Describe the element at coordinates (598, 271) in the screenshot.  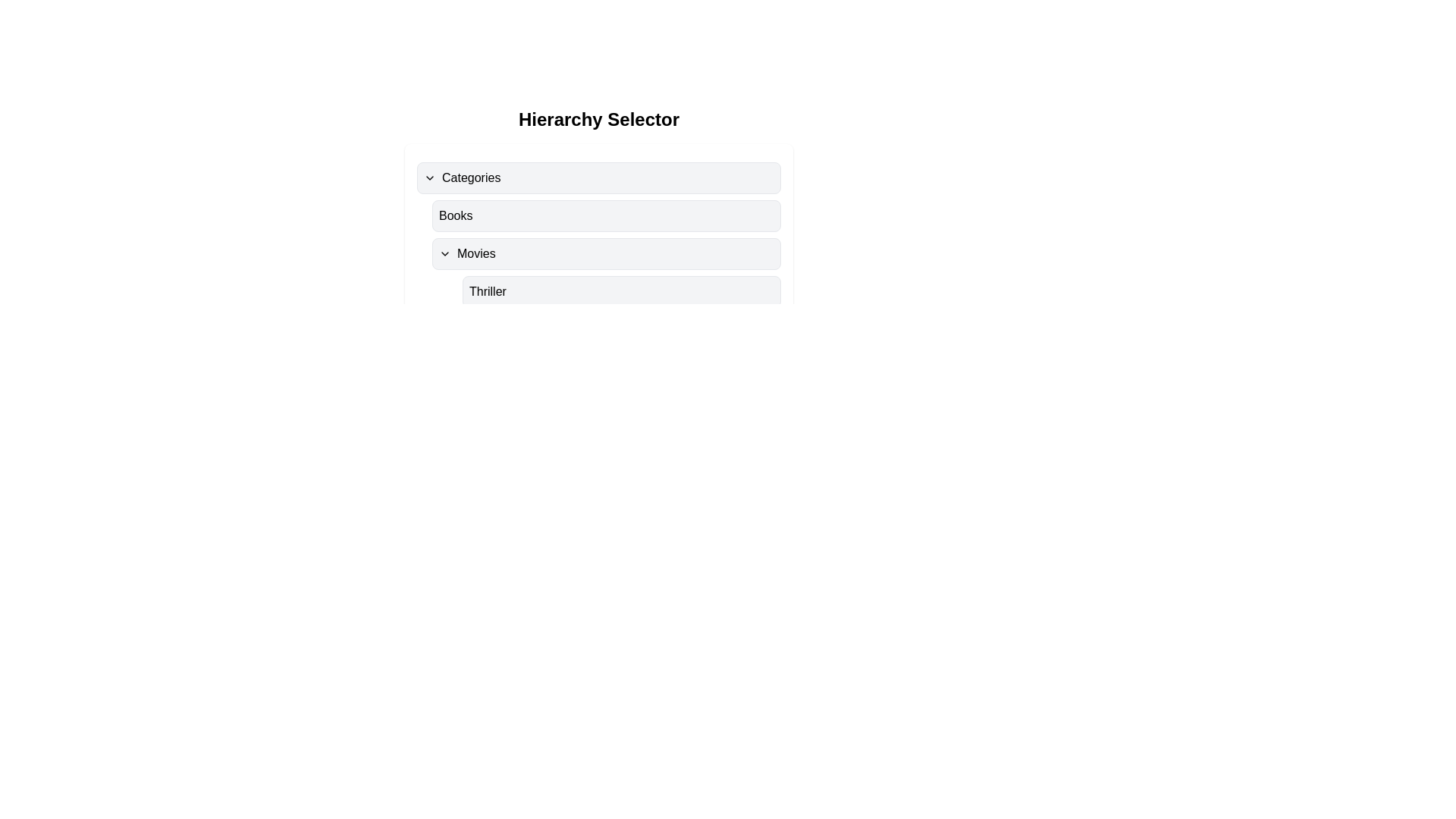
I see `the 'Movies' hierarchical navigation item, which includes the text 'Movies' and 'Thriller' with a dropdown arrow icon` at that location.